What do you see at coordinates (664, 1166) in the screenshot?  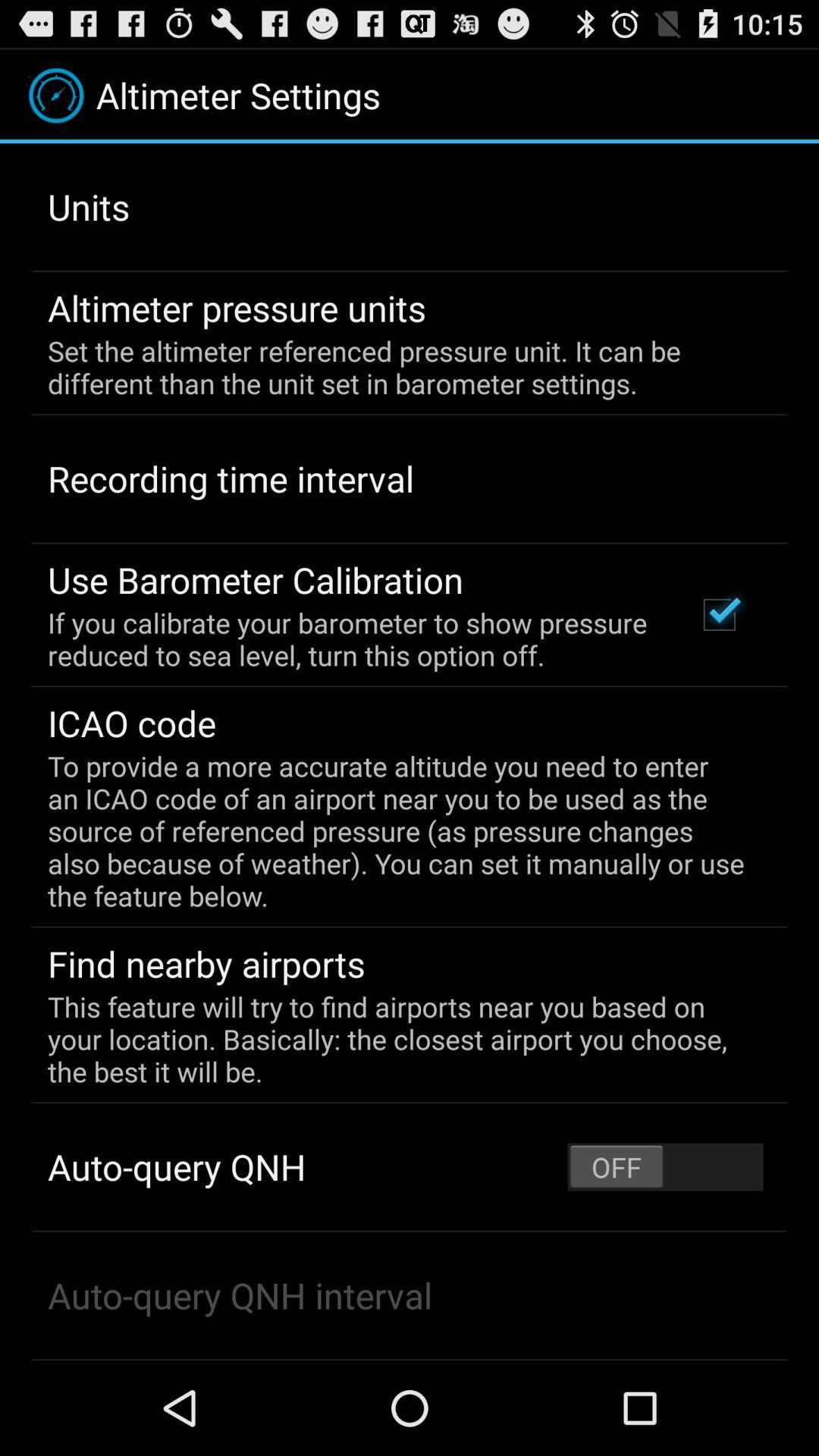 I see `the item to the right of the auto-query qnh app` at bounding box center [664, 1166].